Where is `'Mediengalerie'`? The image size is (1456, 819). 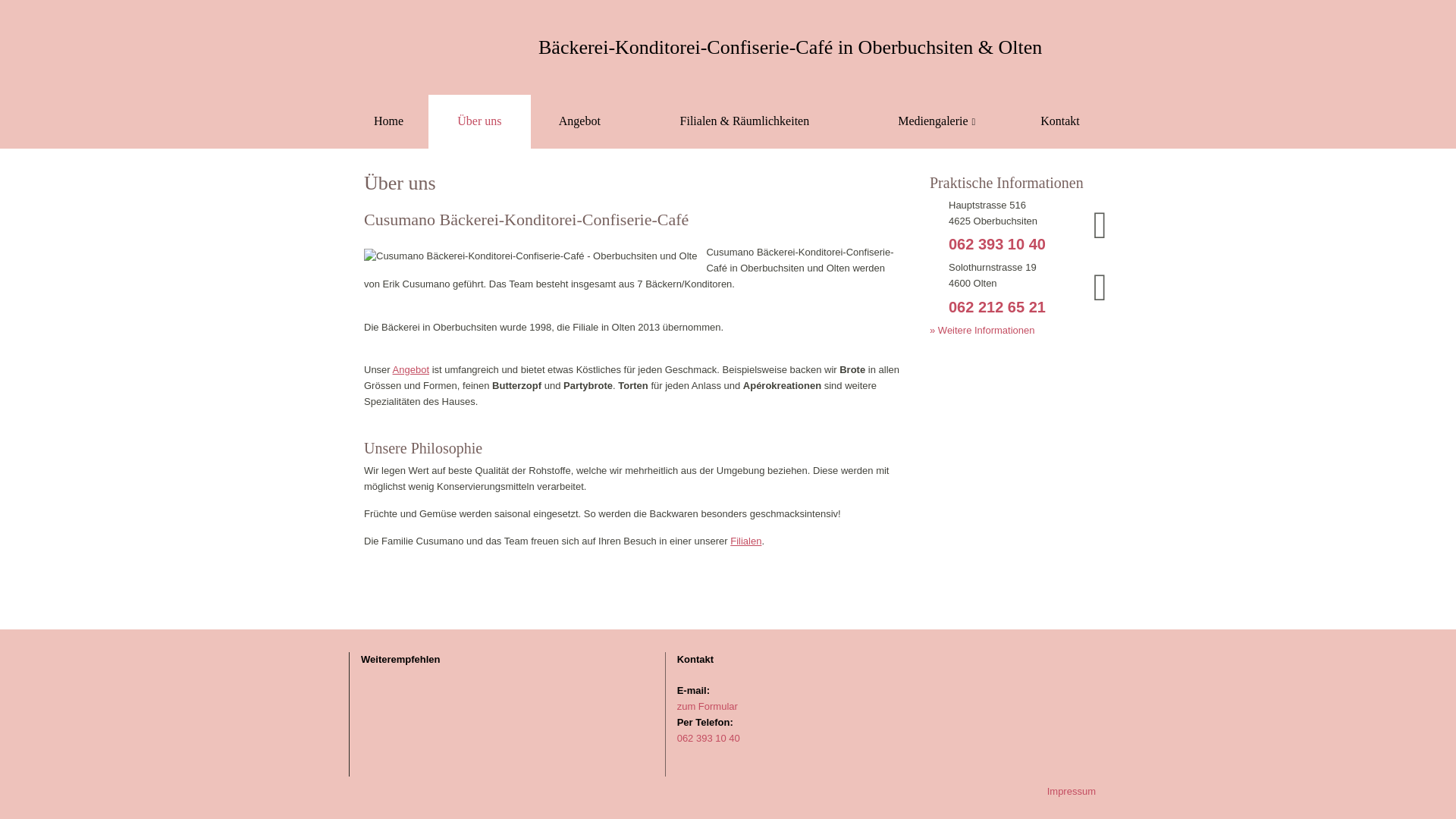 'Mediengalerie' is located at coordinates (860, 121).